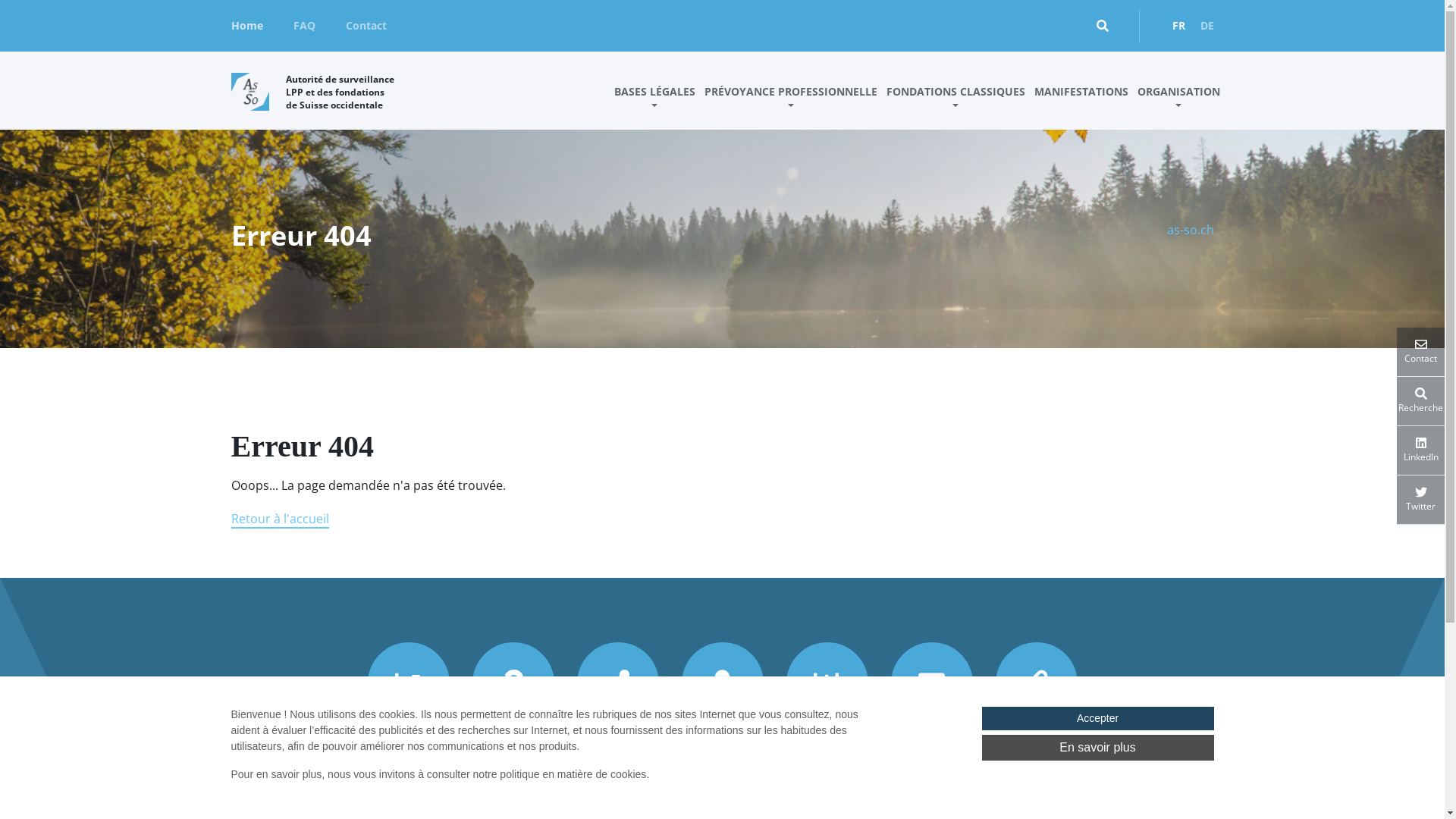  Describe the element at coordinates (1097, 747) in the screenshot. I see `'En savoir plus'` at that location.